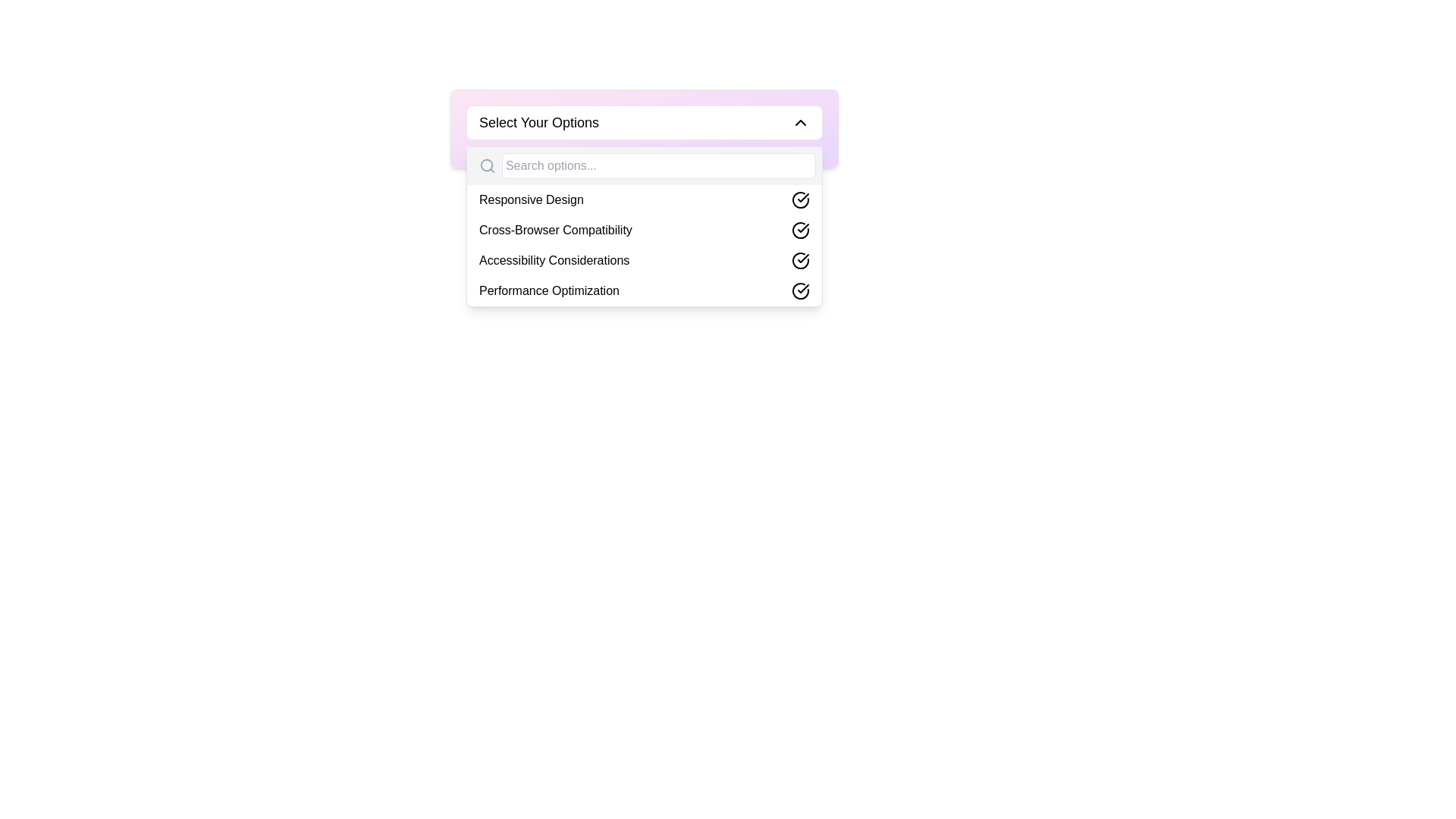  What do you see at coordinates (644, 127) in the screenshot?
I see `the dropdown menu titled 'Select Your Options' by tabbing to it` at bounding box center [644, 127].